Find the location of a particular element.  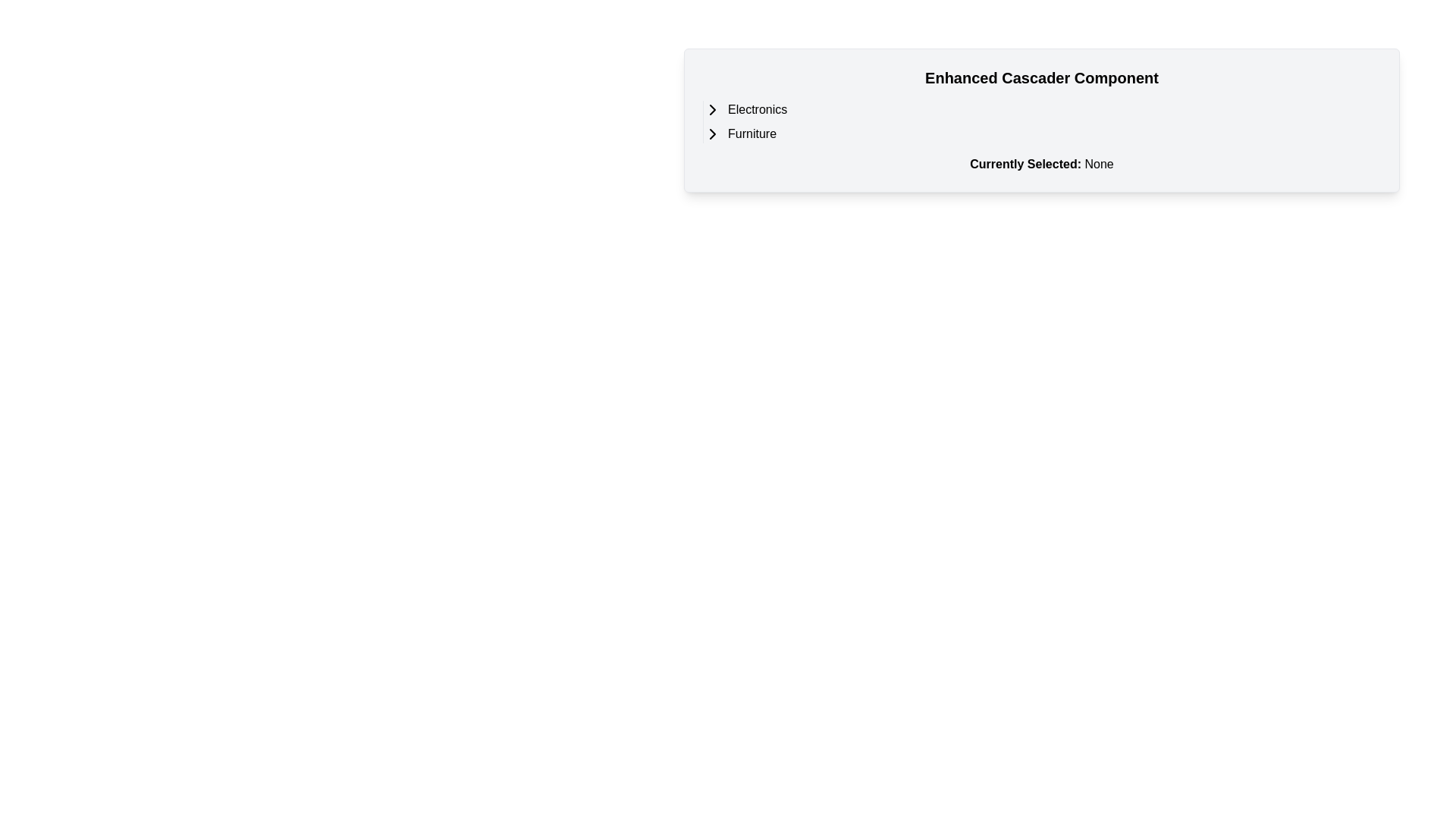

the Interactive Cascader Component titled 'Enhanced Cascader Component' to view the context menu is located at coordinates (1040, 119).